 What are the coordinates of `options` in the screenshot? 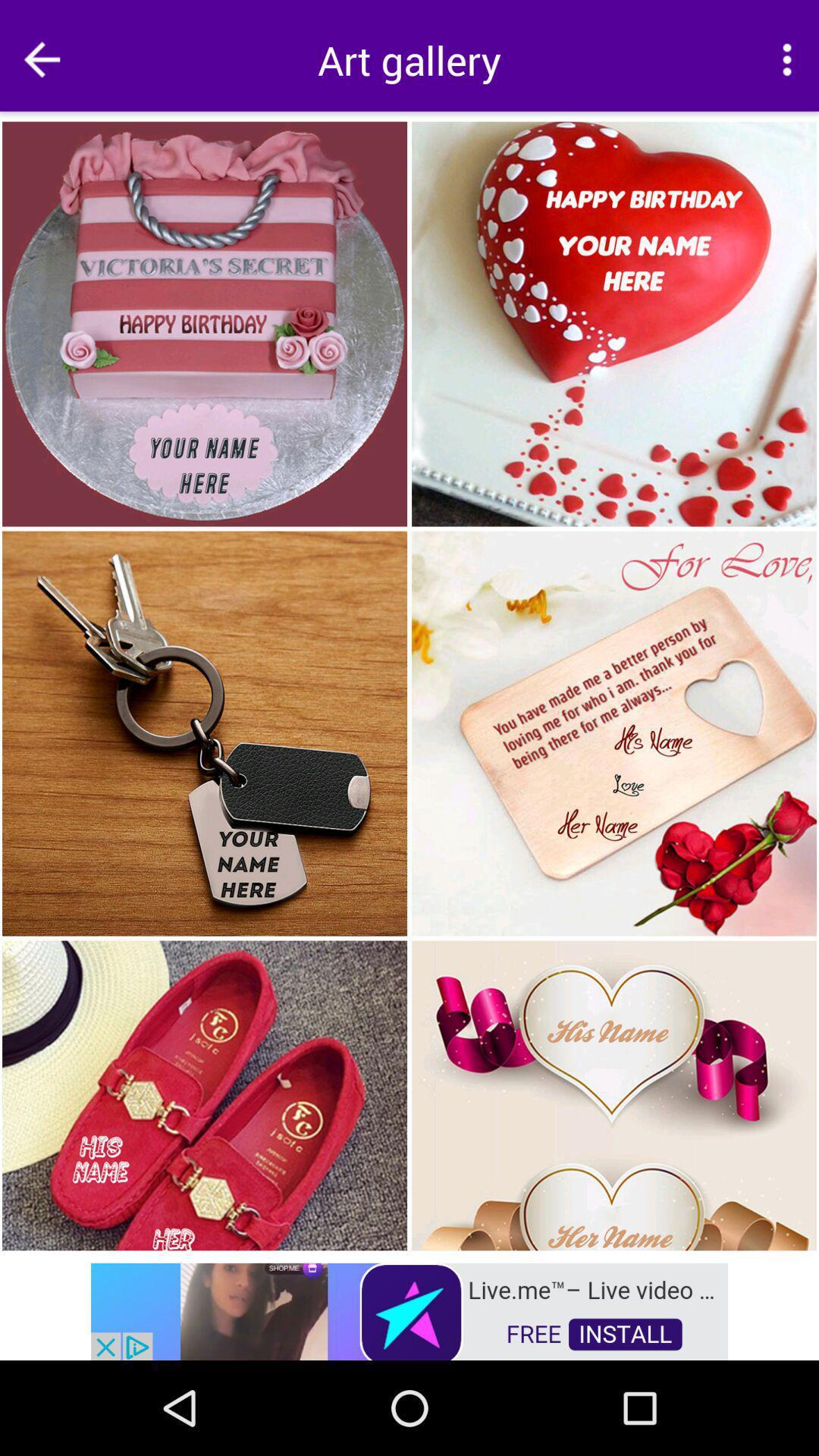 It's located at (786, 59).